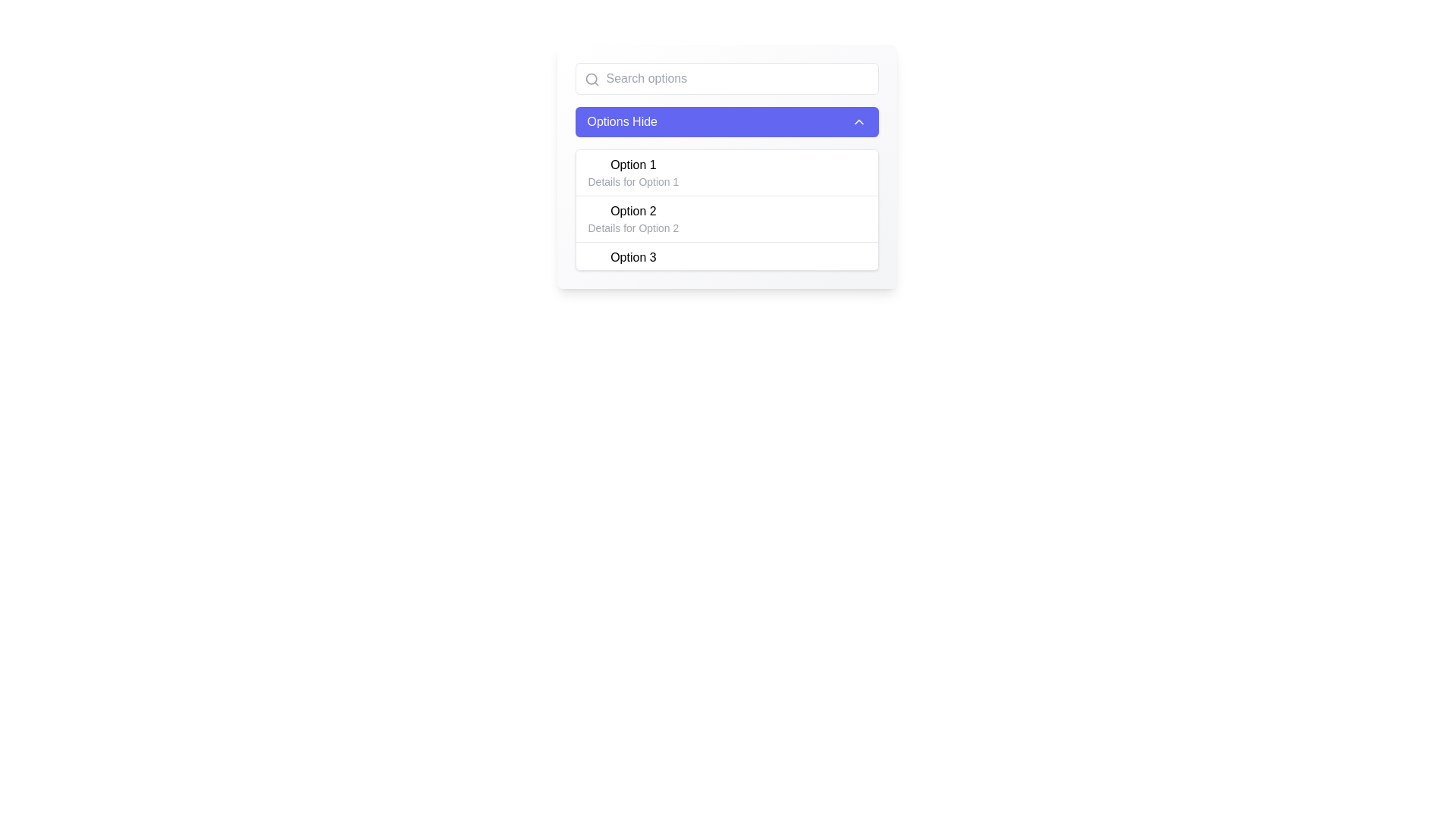 The width and height of the screenshot is (1456, 819). Describe the element at coordinates (633, 211) in the screenshot. I see `the text label for 'Option 2' in the dropdown interface, which serves as a title or primary identifier for this selectable option` at that location.